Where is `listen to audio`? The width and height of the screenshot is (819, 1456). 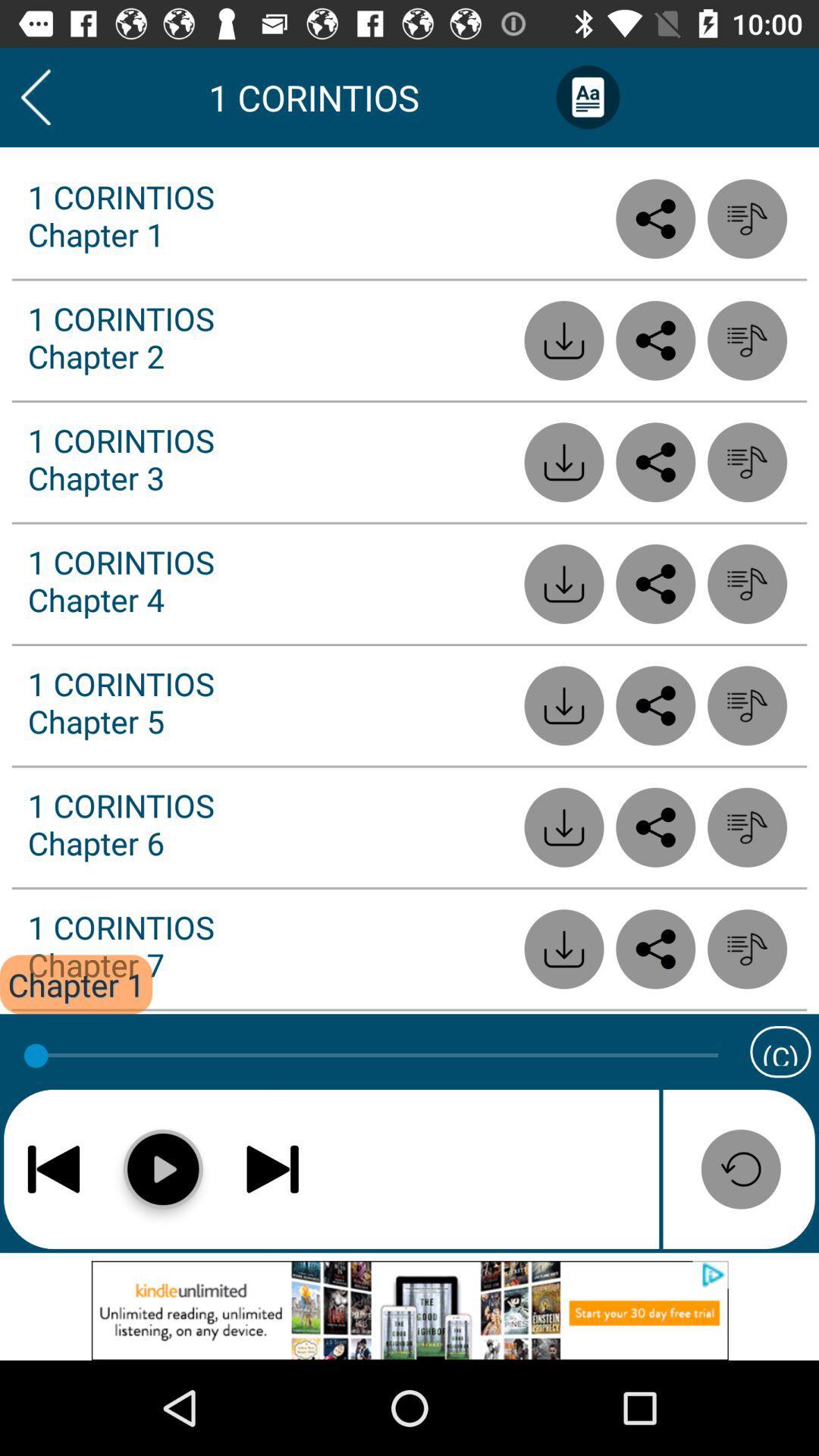 listen to audio is located at coordinates (746, 827).